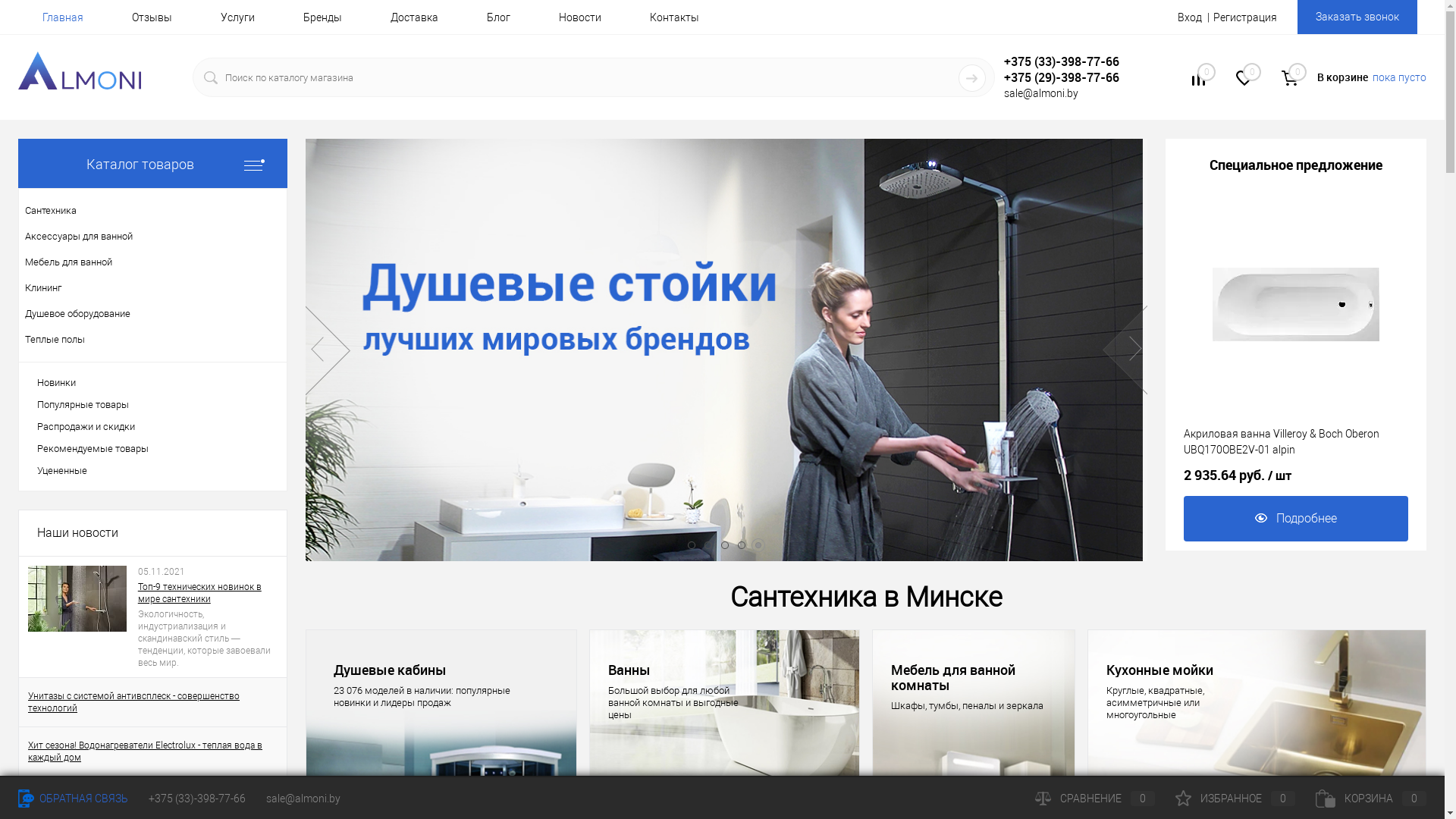 The image size is (1456, 819). Describe the element at coordinates (1244, 80) in the screenshot. I see `'0'` at that location.